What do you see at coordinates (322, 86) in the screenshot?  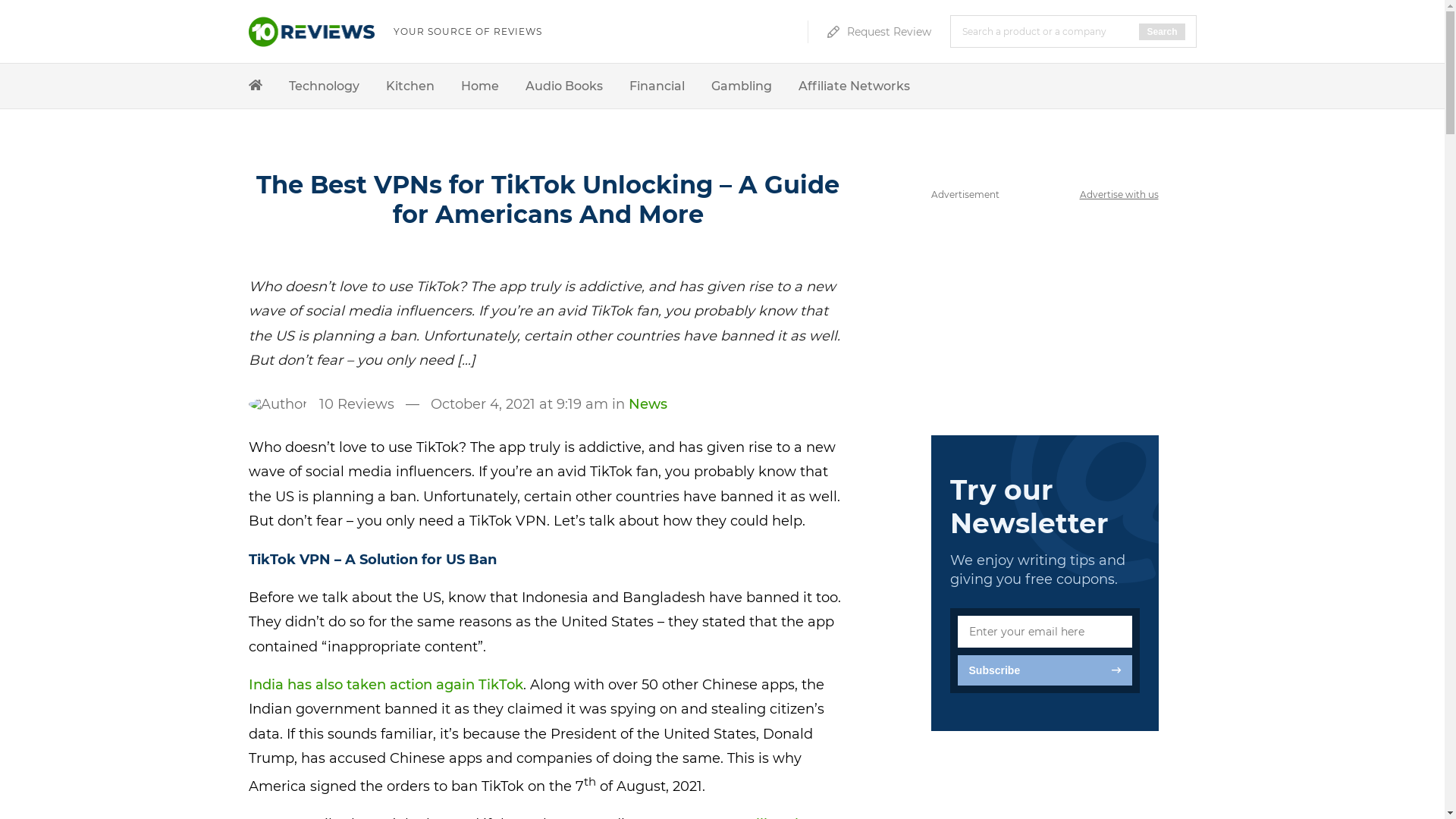 I see `'Technology'` at bounding box center [322, 86].